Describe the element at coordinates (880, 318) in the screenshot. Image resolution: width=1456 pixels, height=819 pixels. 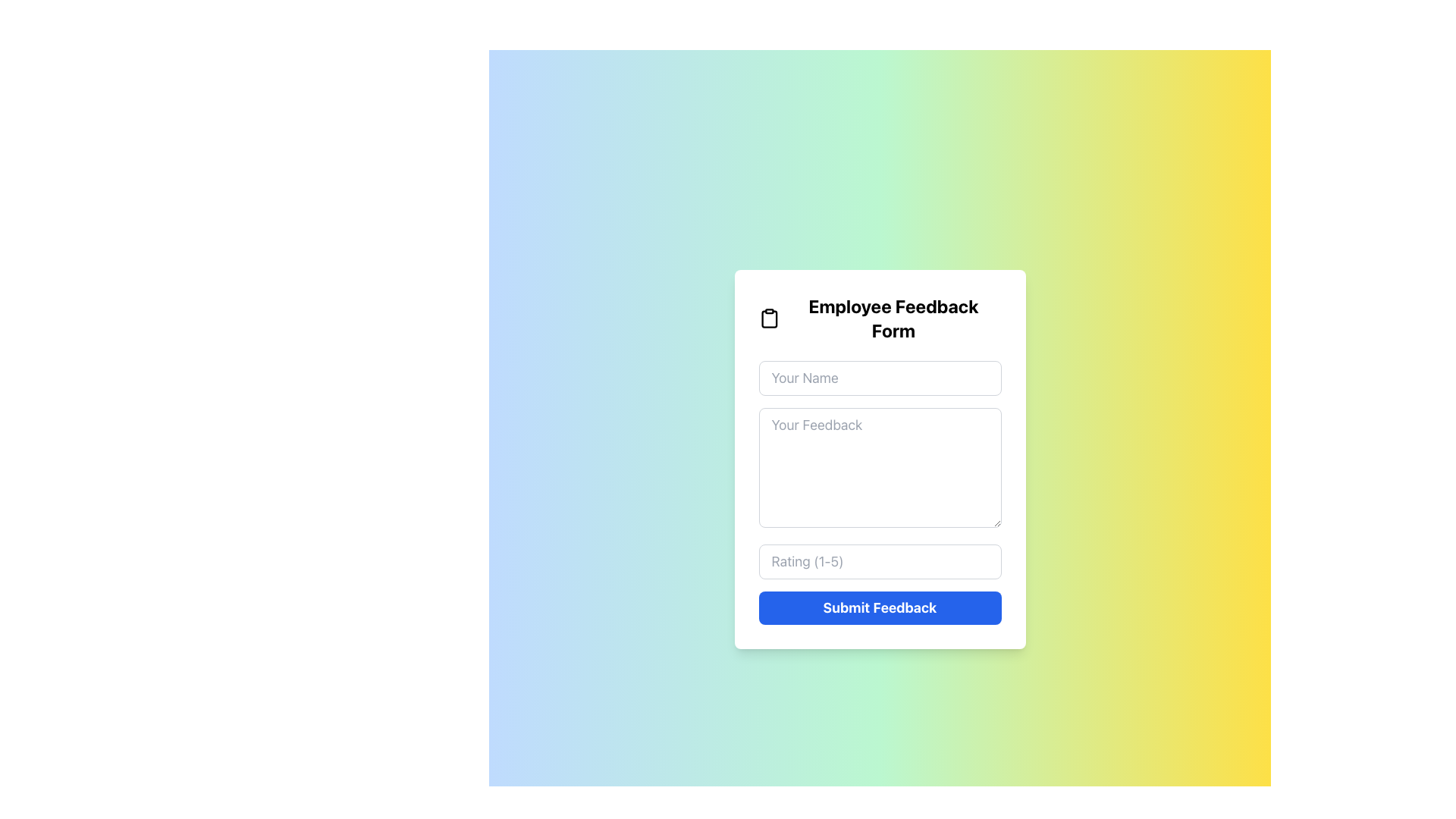
I see `the 'Employee Feedback Form' title with clipboard icon at the top of the form` at that location.